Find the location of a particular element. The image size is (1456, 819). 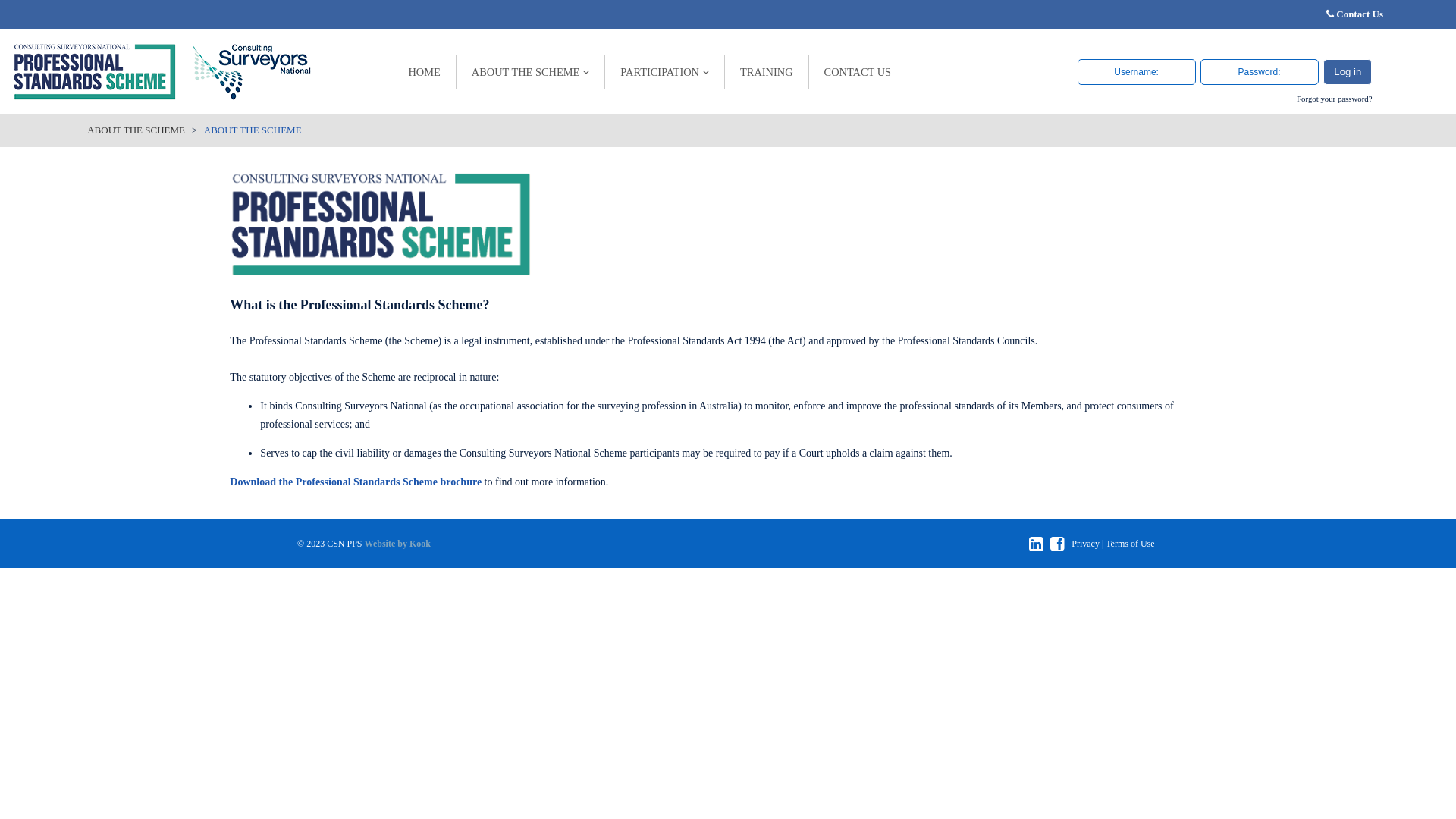

'Terms of Use' is located at coordinates (1129, 543).